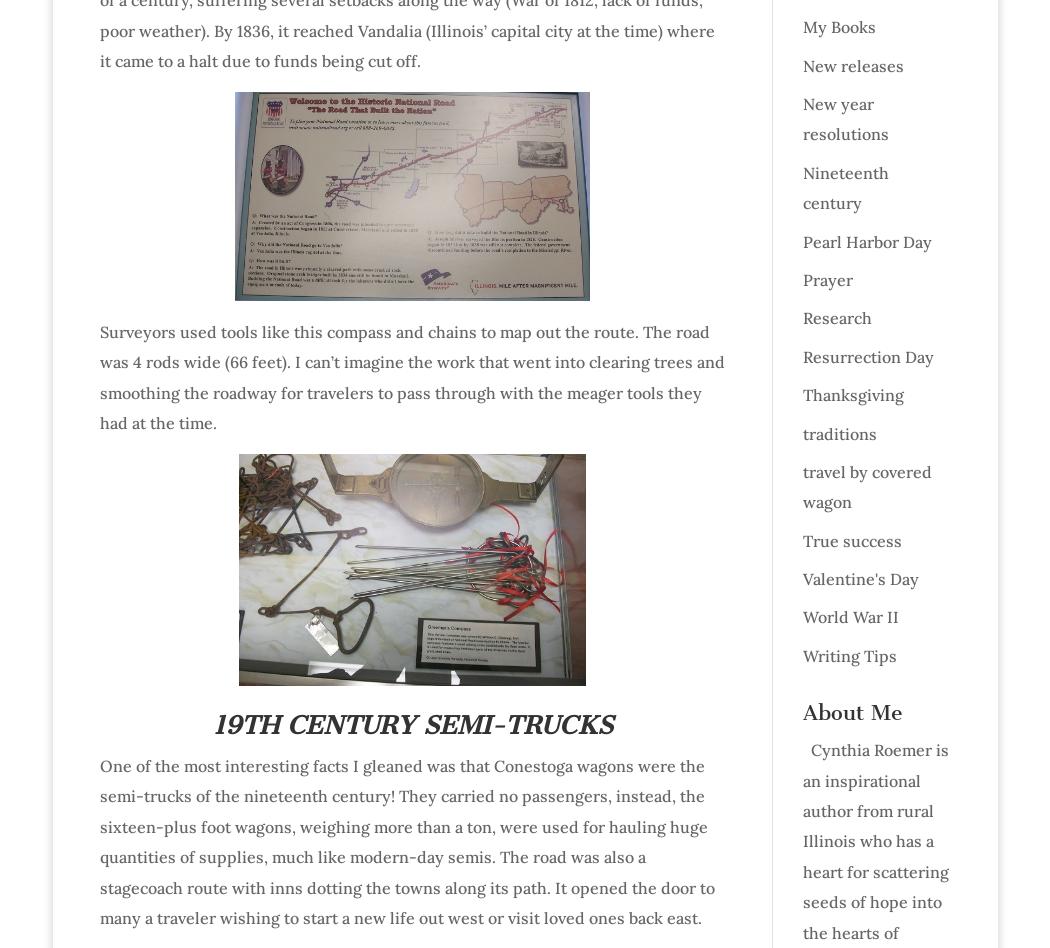  Describe the element at coordinates (849, 653) in the screenshot. I see `'Writing Tips'` at that location.